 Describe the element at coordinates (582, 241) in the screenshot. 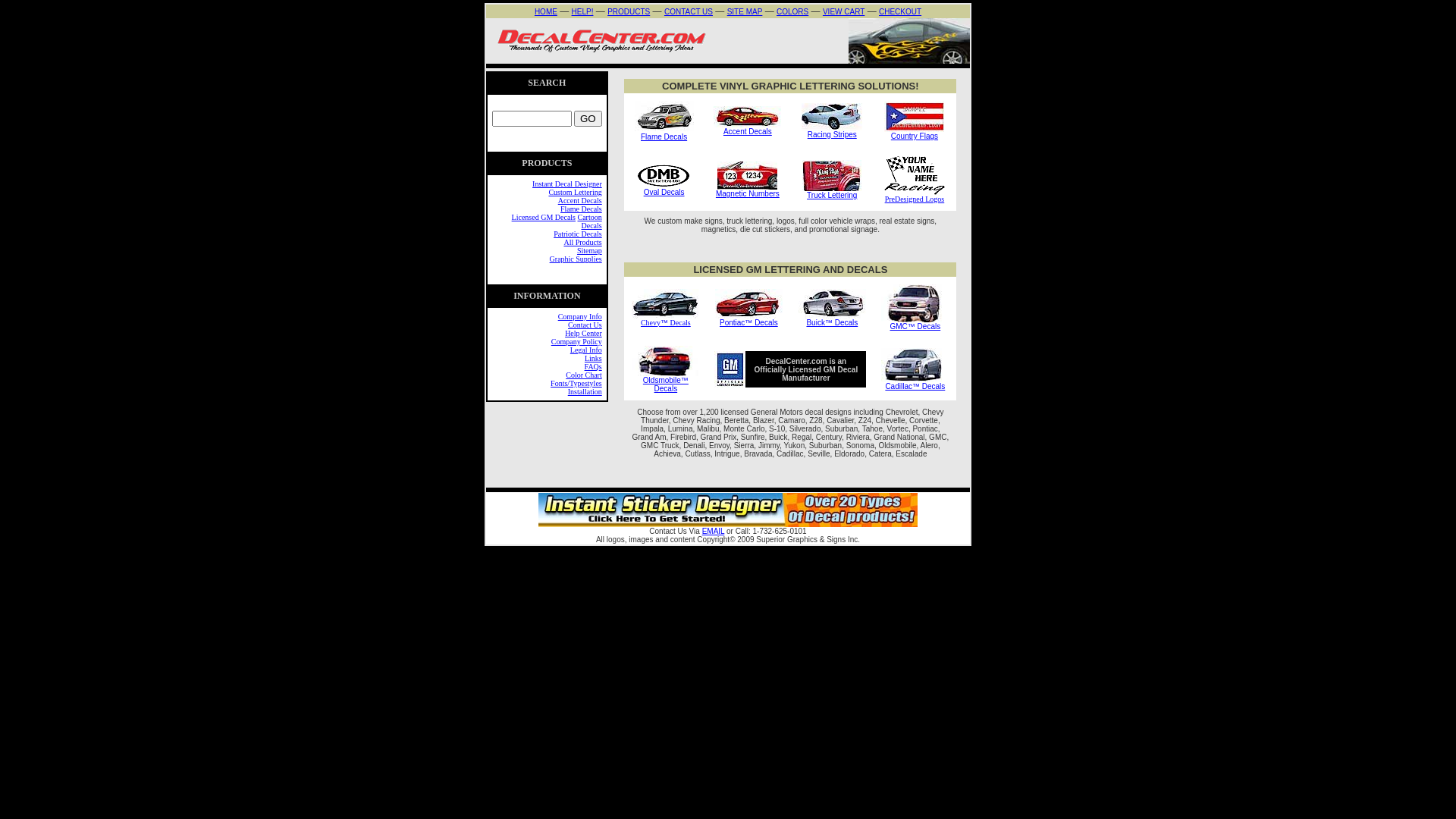

I see `'All Products'` at that location.